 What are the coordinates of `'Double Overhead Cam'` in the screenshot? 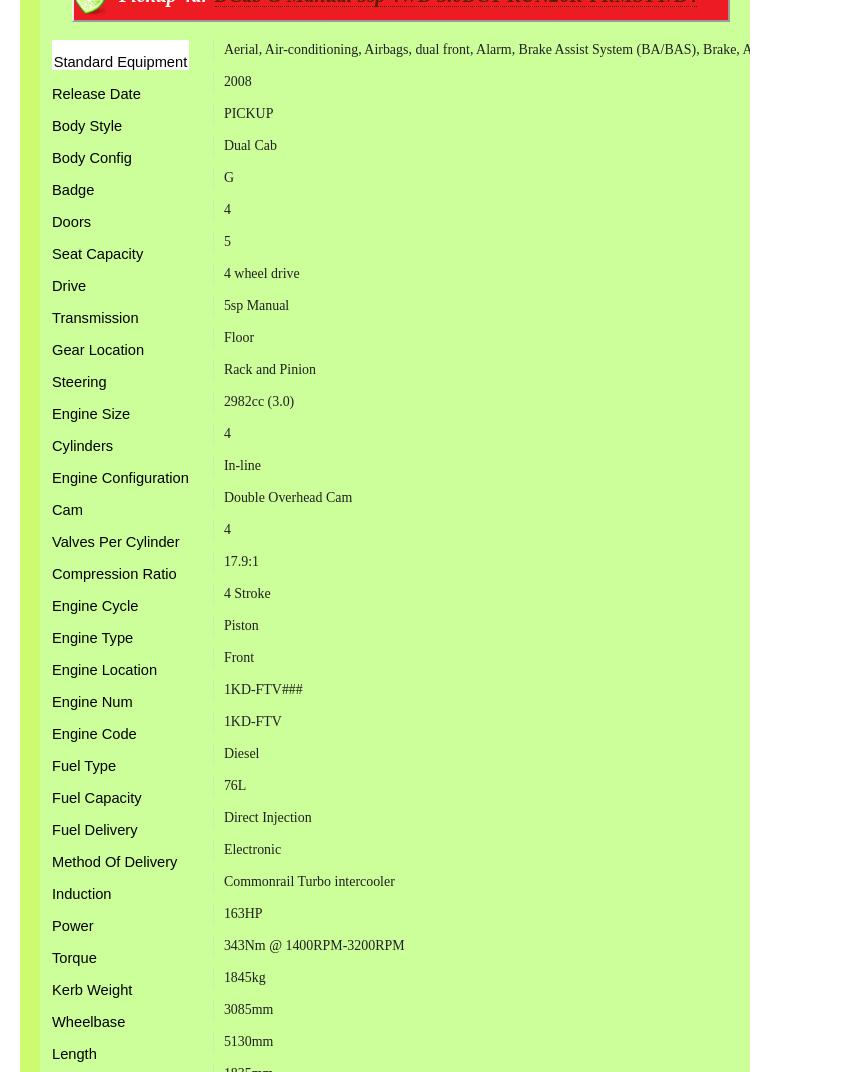 It's located at (221, 497).